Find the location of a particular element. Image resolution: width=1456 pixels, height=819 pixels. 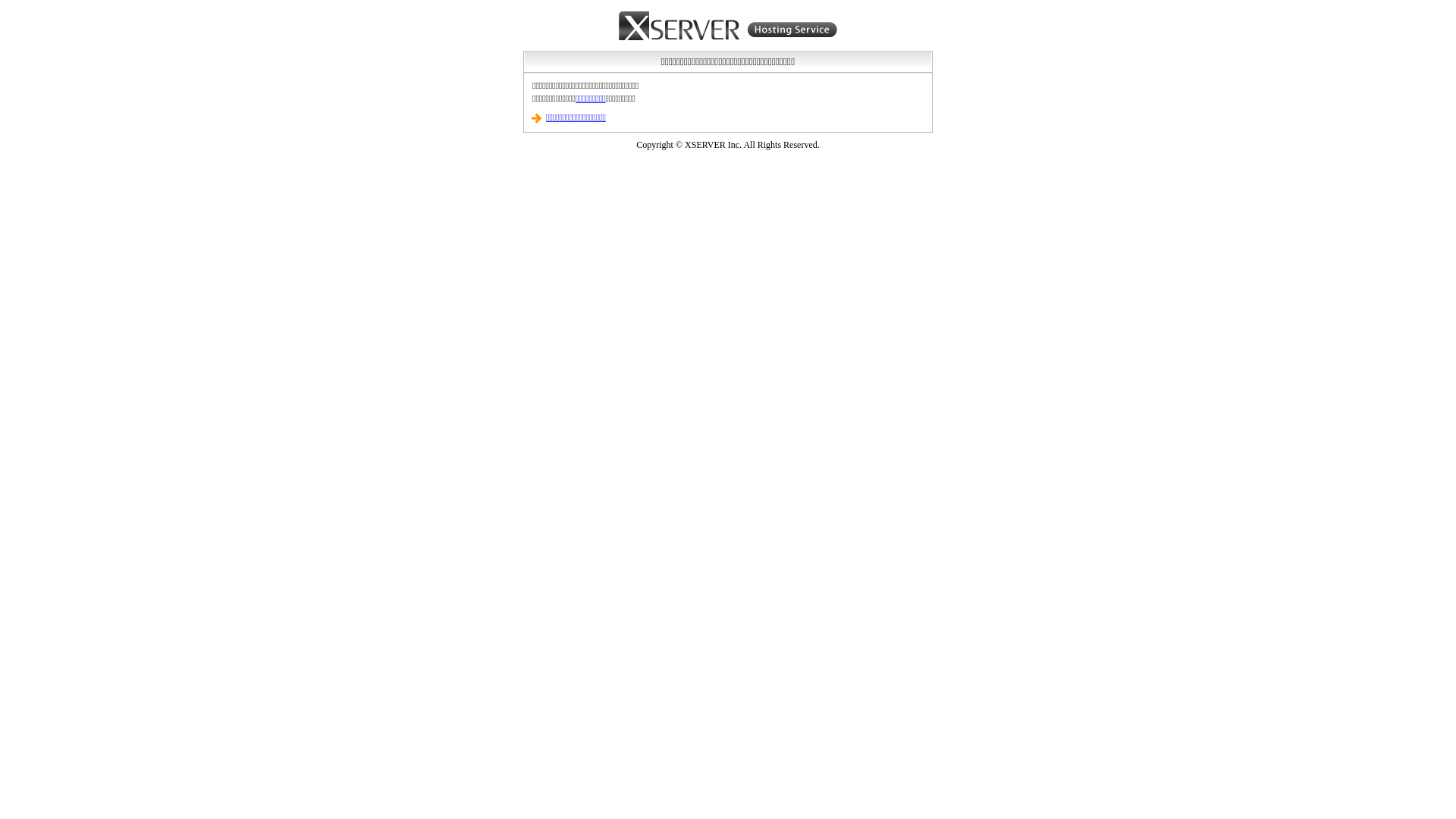

'Xserver Hosting Service' is located at coordinates (728, 26).